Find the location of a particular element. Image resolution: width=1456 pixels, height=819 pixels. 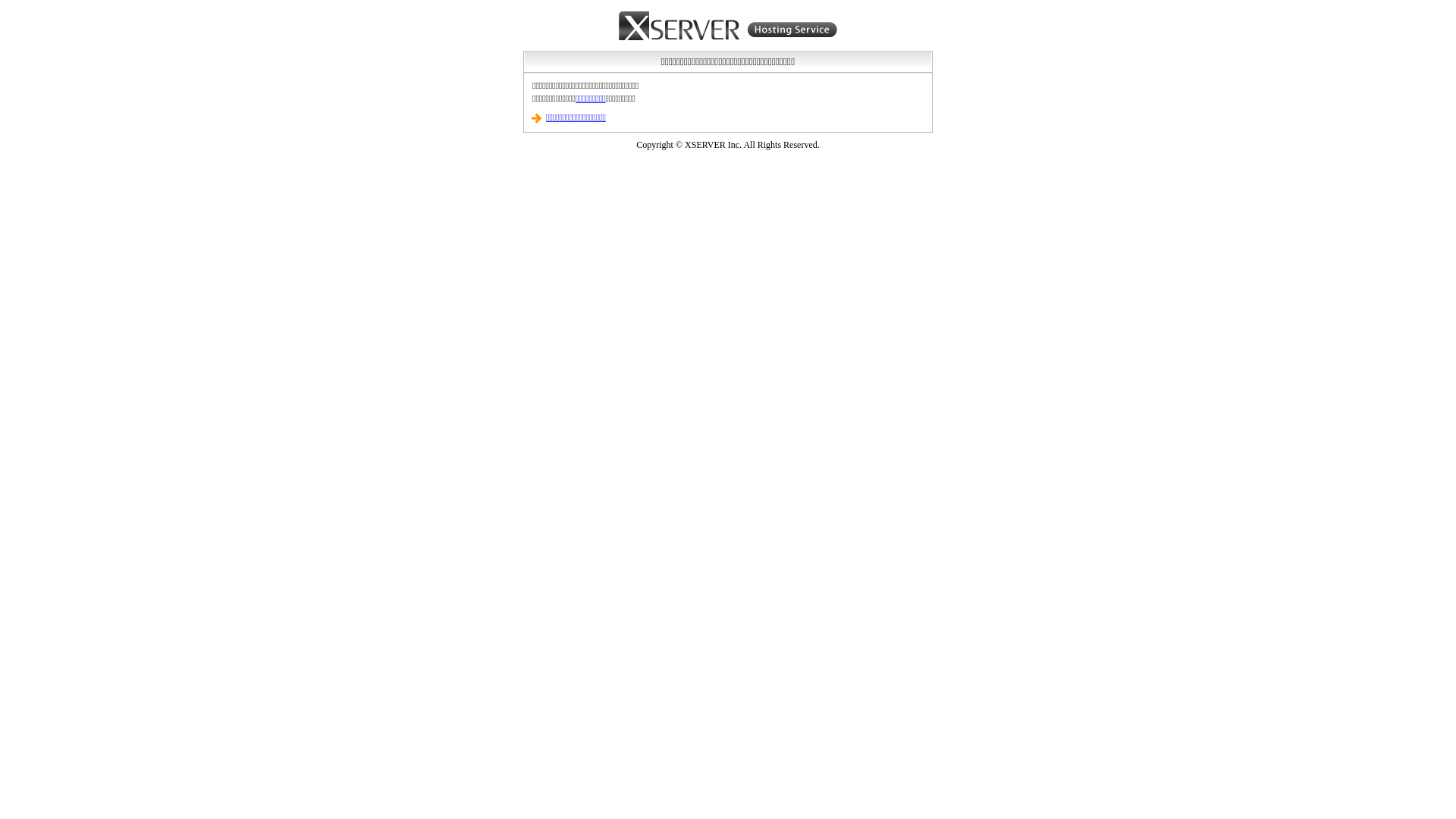

'Xserver Hosting Service' is located at coordinates (728, 26).